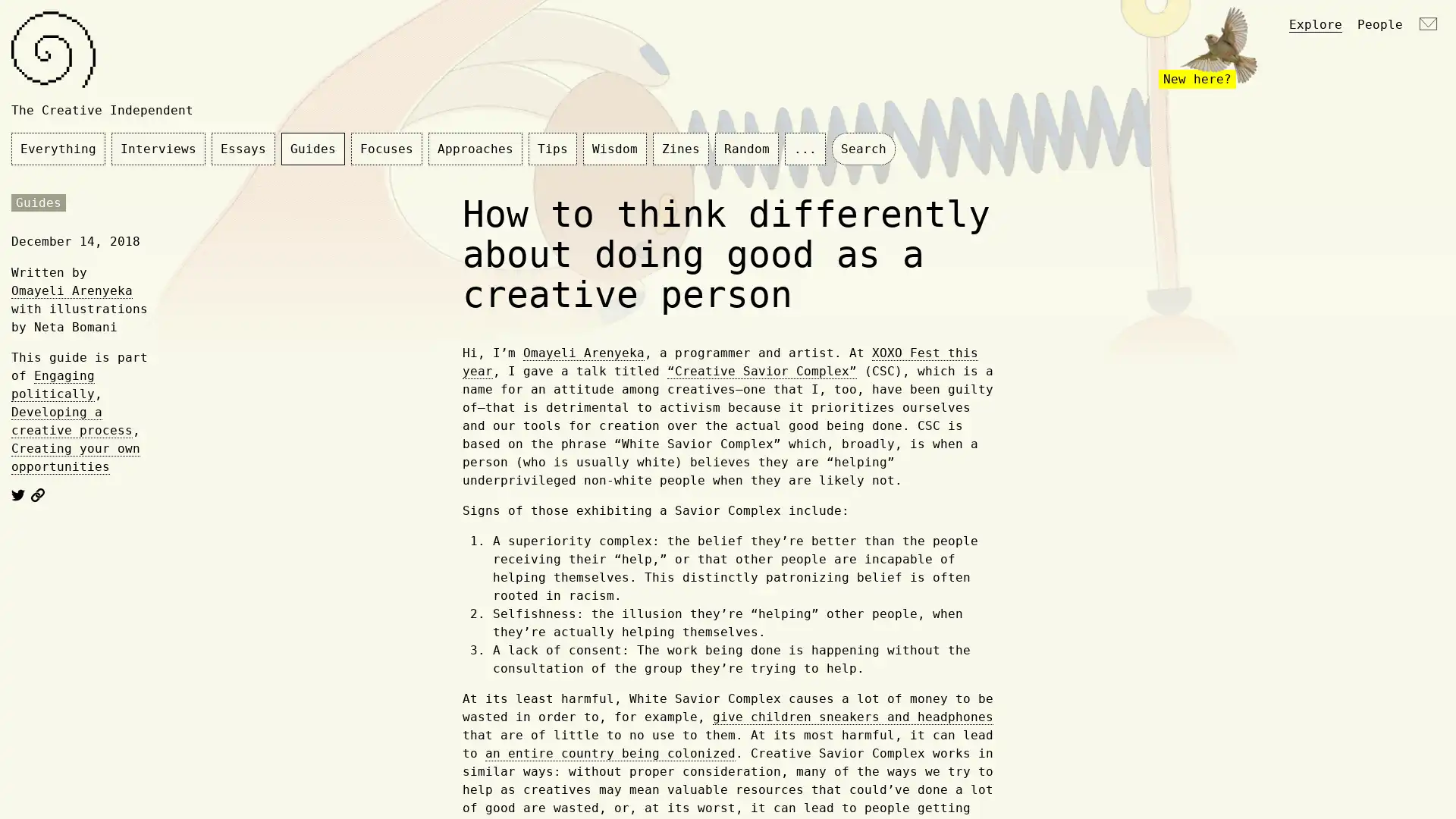  What do you see at coordinates (804, 149) in the screenshot?
I see `...` at bounding box center [804, 149].